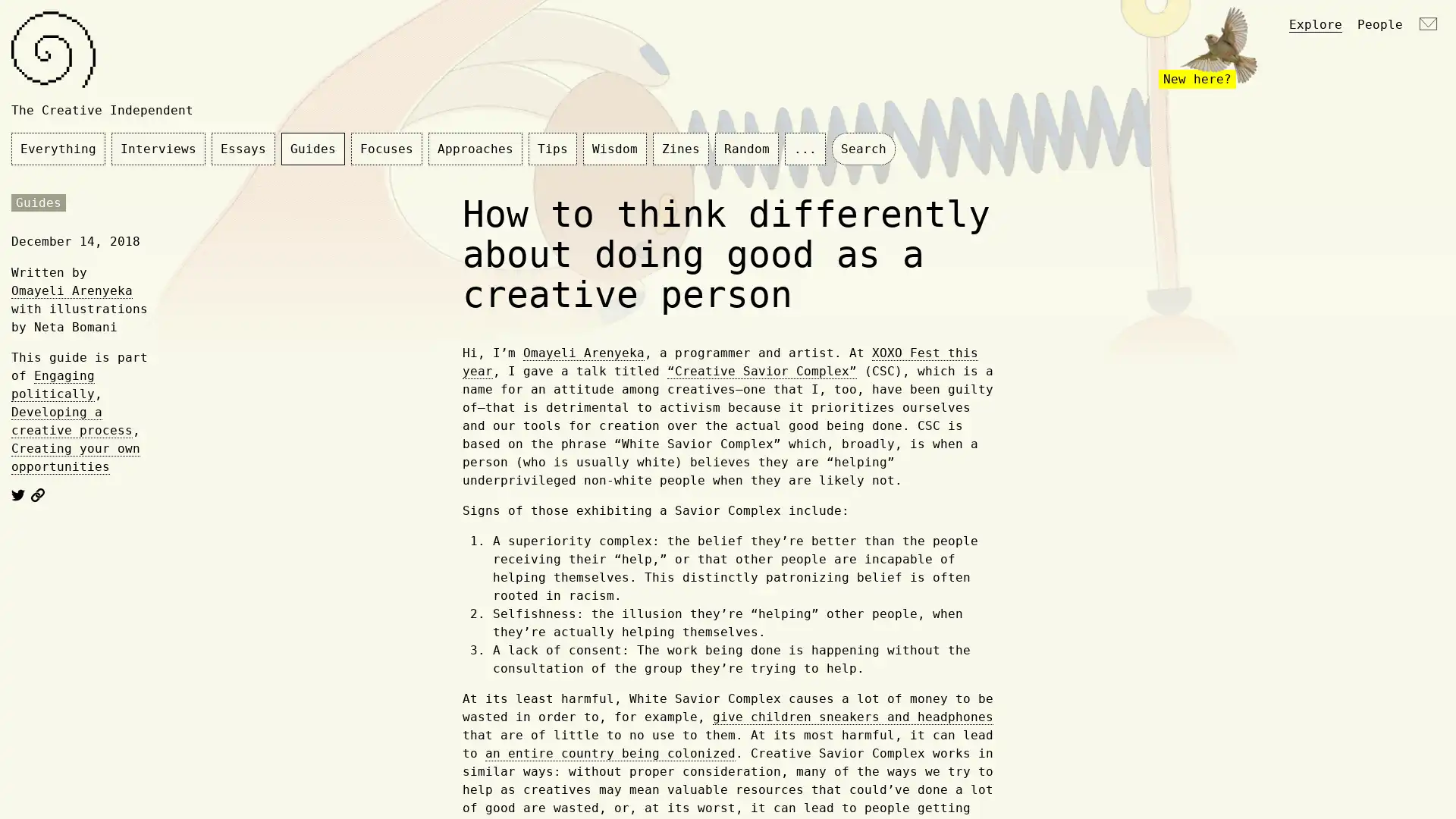  What do you see at coordinates (804, 149) in the screenshot?
I see `...` at bounding box center [804, 149].